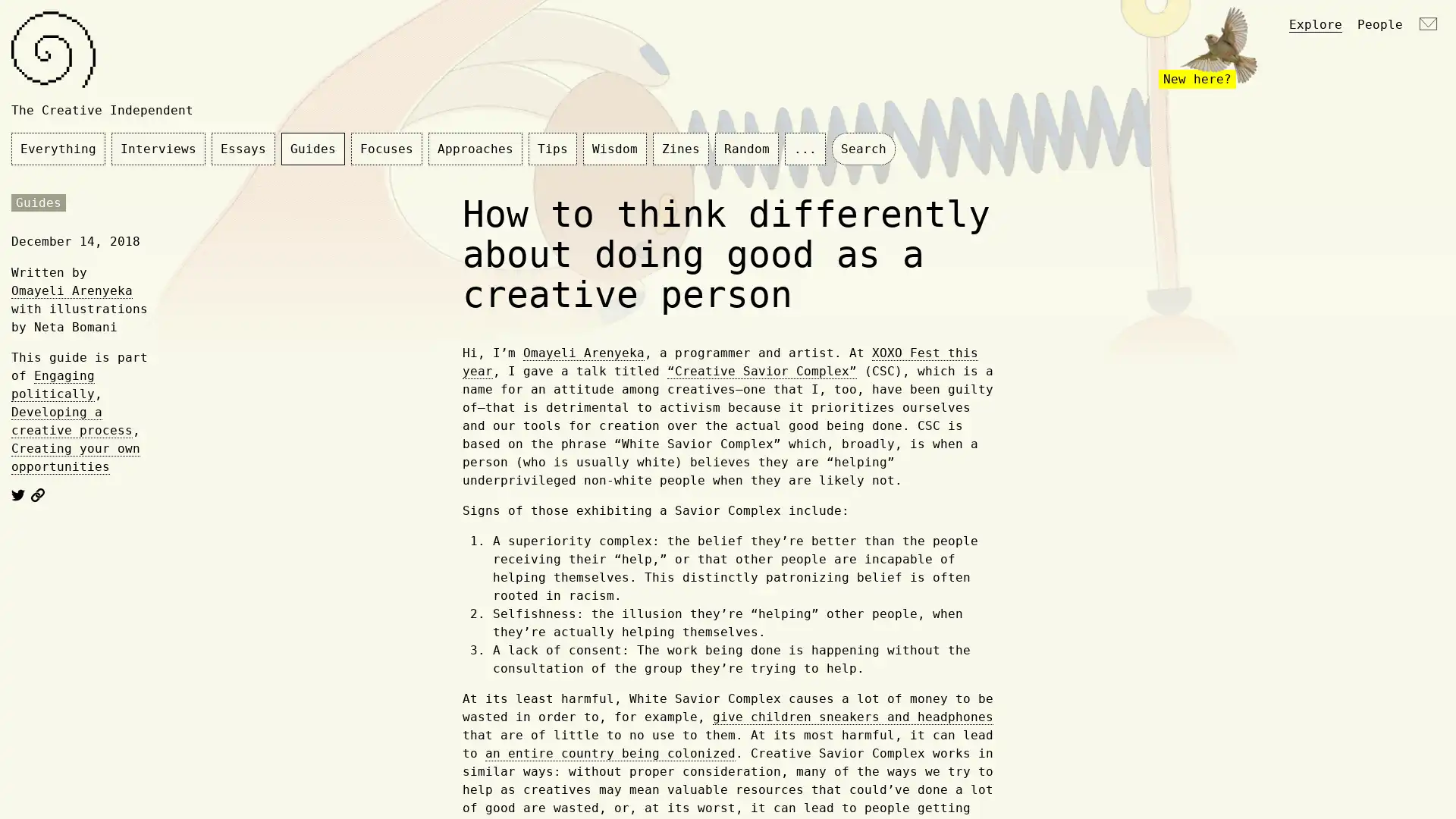  What do you see at coordinates (804, 149) in the screenshot?
I see `...` at bounding box center [804, 149].